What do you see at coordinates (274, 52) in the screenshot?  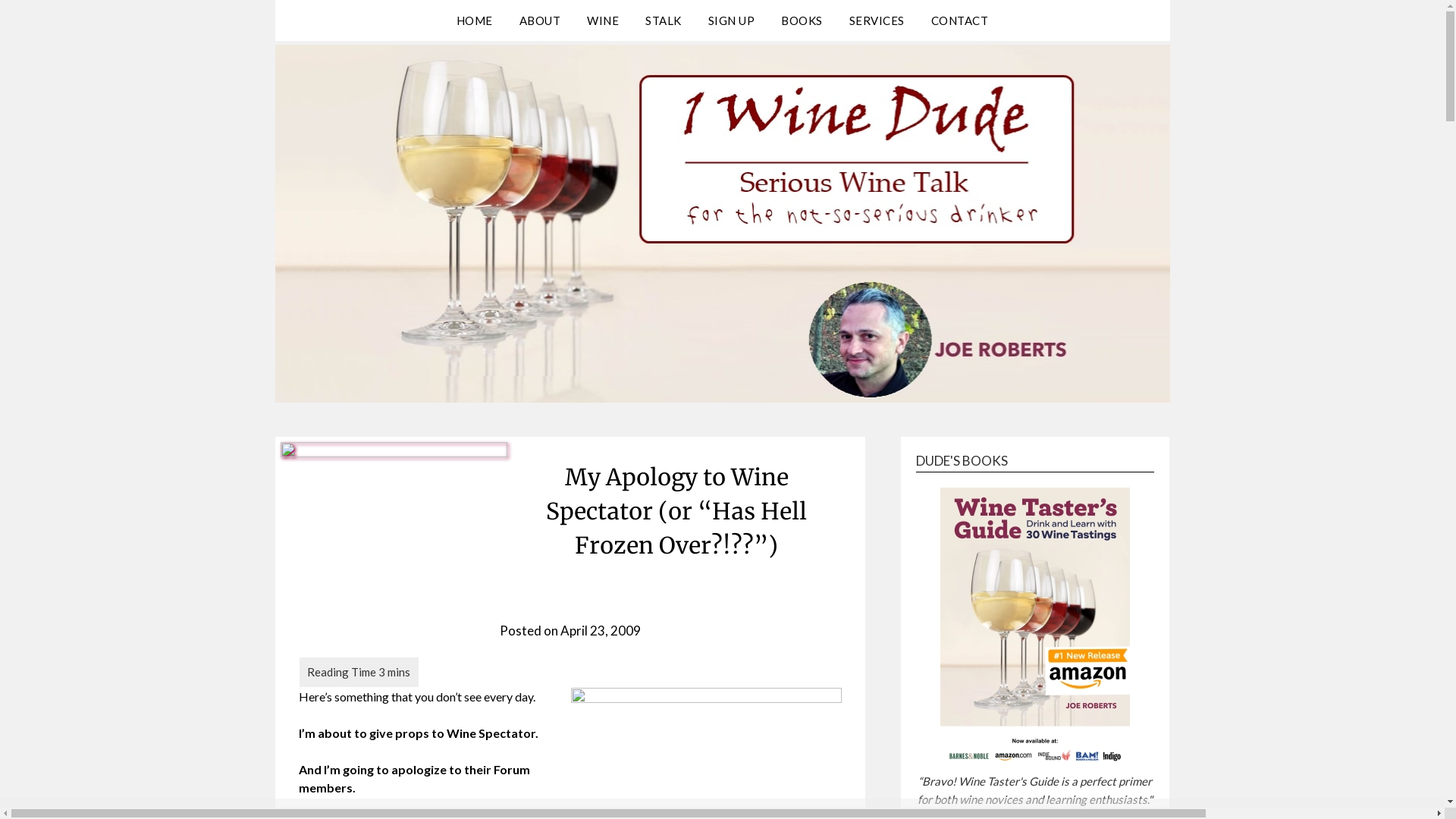 I see `'1 Wine Dude'` at bounding box center [274, 52].